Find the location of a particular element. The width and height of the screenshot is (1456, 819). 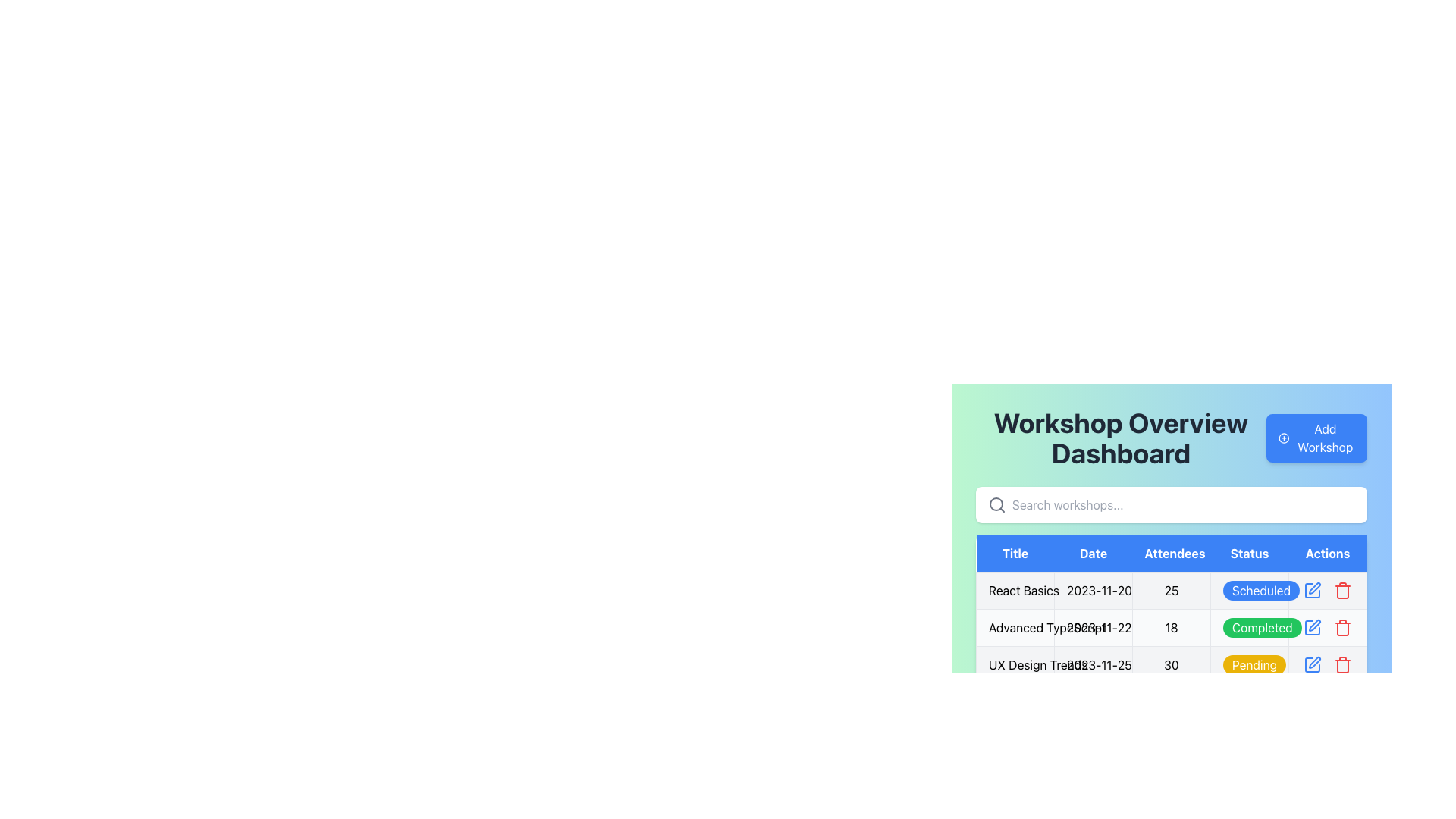

the search icon located within the search bar, which signifies the text field for searching workshops, positioned near the placeholder text 'Search workshops...' is located at coordinates (997, 505).